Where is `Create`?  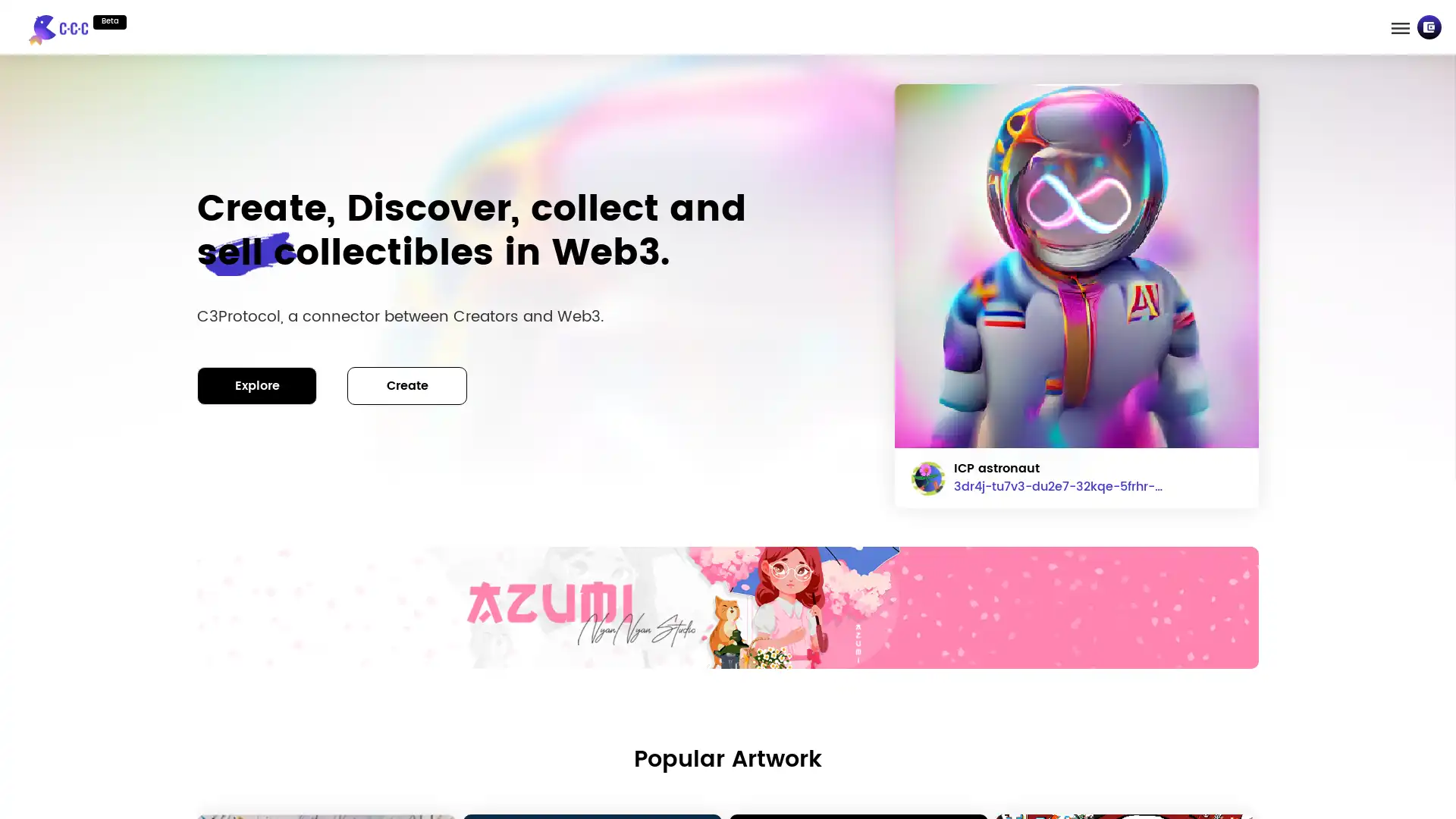
Create is located at coordinates (407, 384).